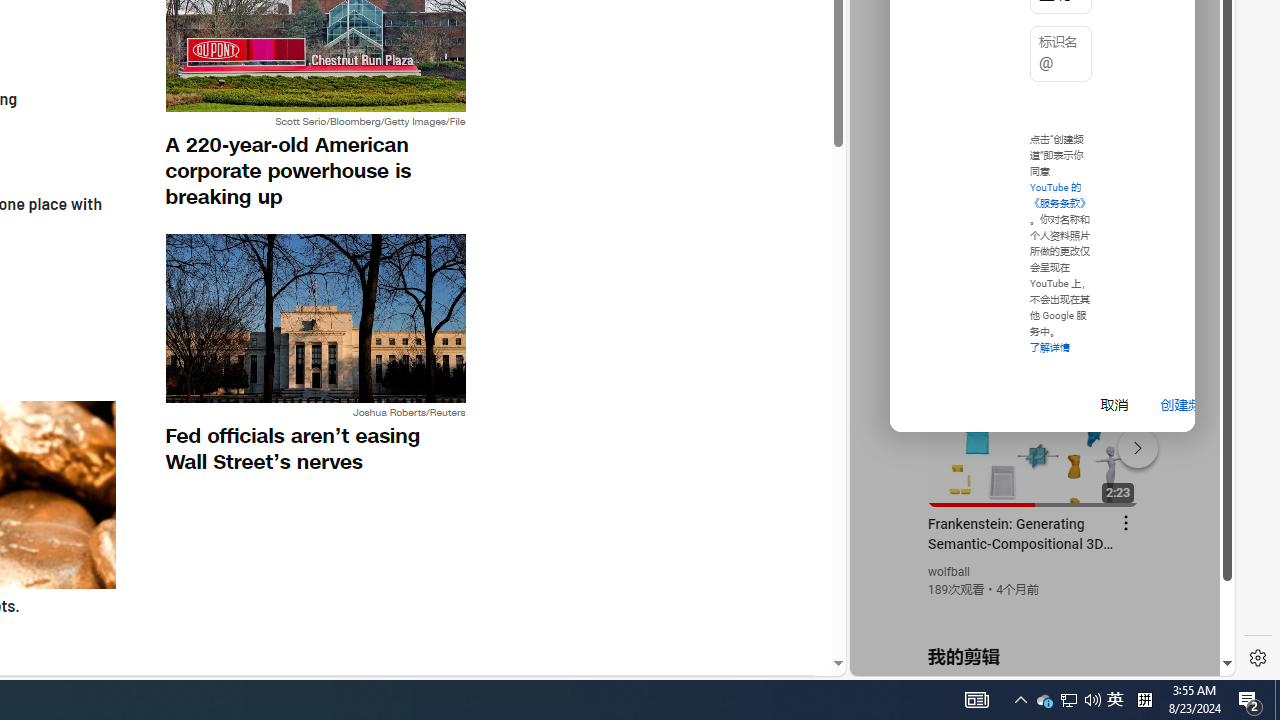  What do you see at coordinates (314, 169) in the screenshot?
I see `'A 220-year-old American corporate powerhouse is breaking up'` at bounding box center [314, 169].